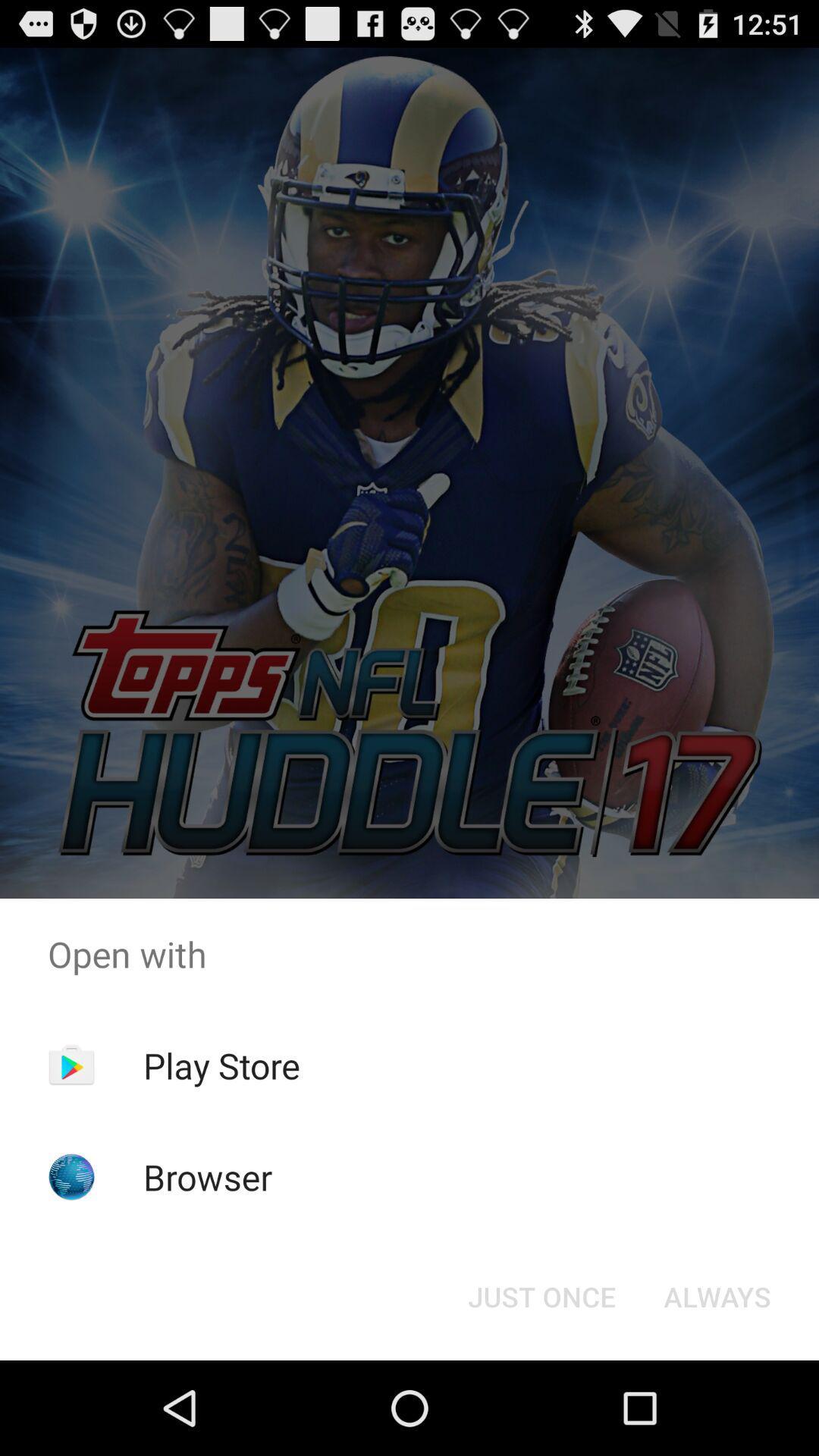  I want to click on icon at the bottom right corner, so click(717, 1295).